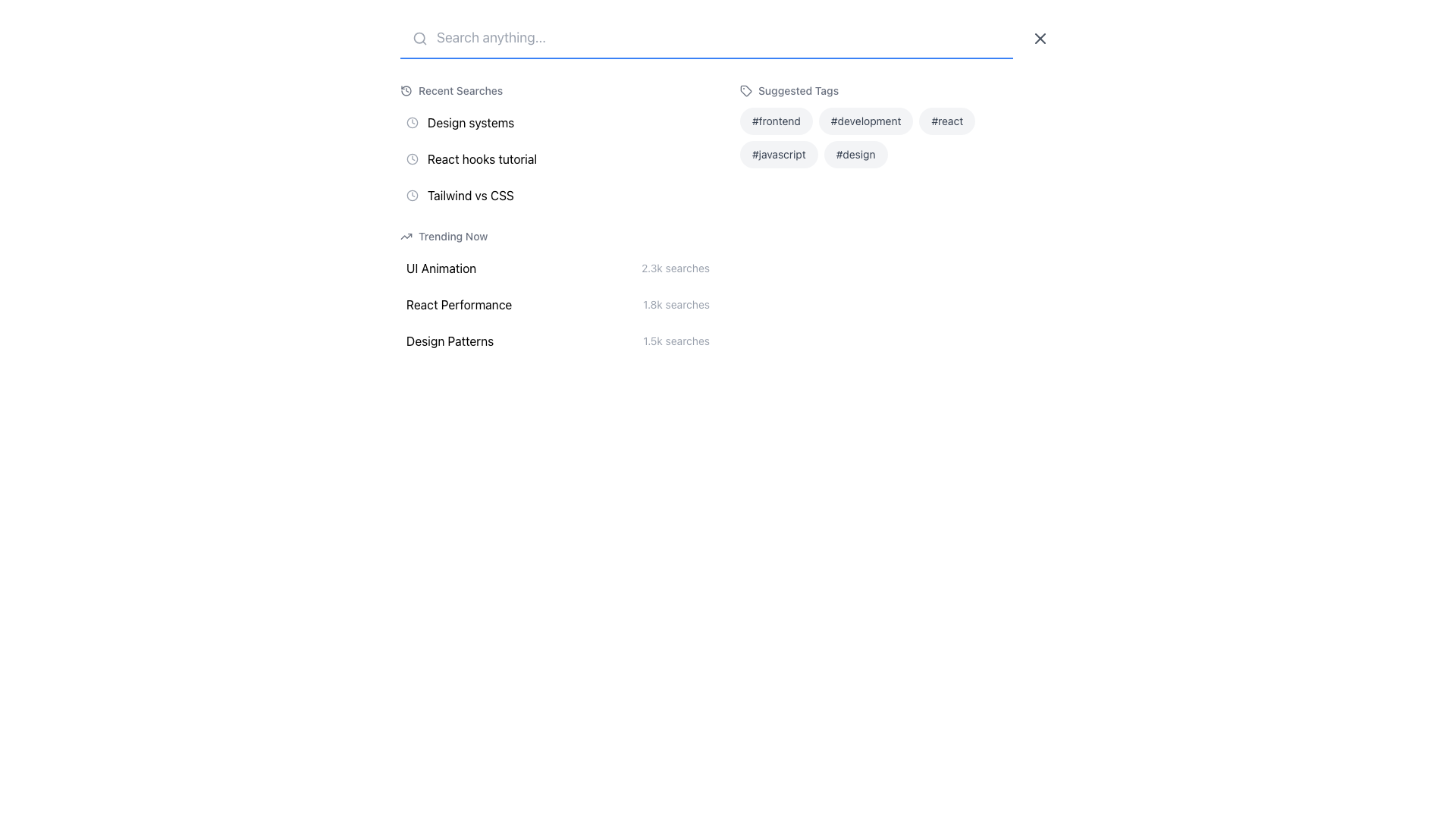 The width and height of the screenshot is (1456, 819). I want to click on the first clickable tag labeled 'frontend' in the 'Suggested Tags' section for keyboard navigation, so click(776, 120).